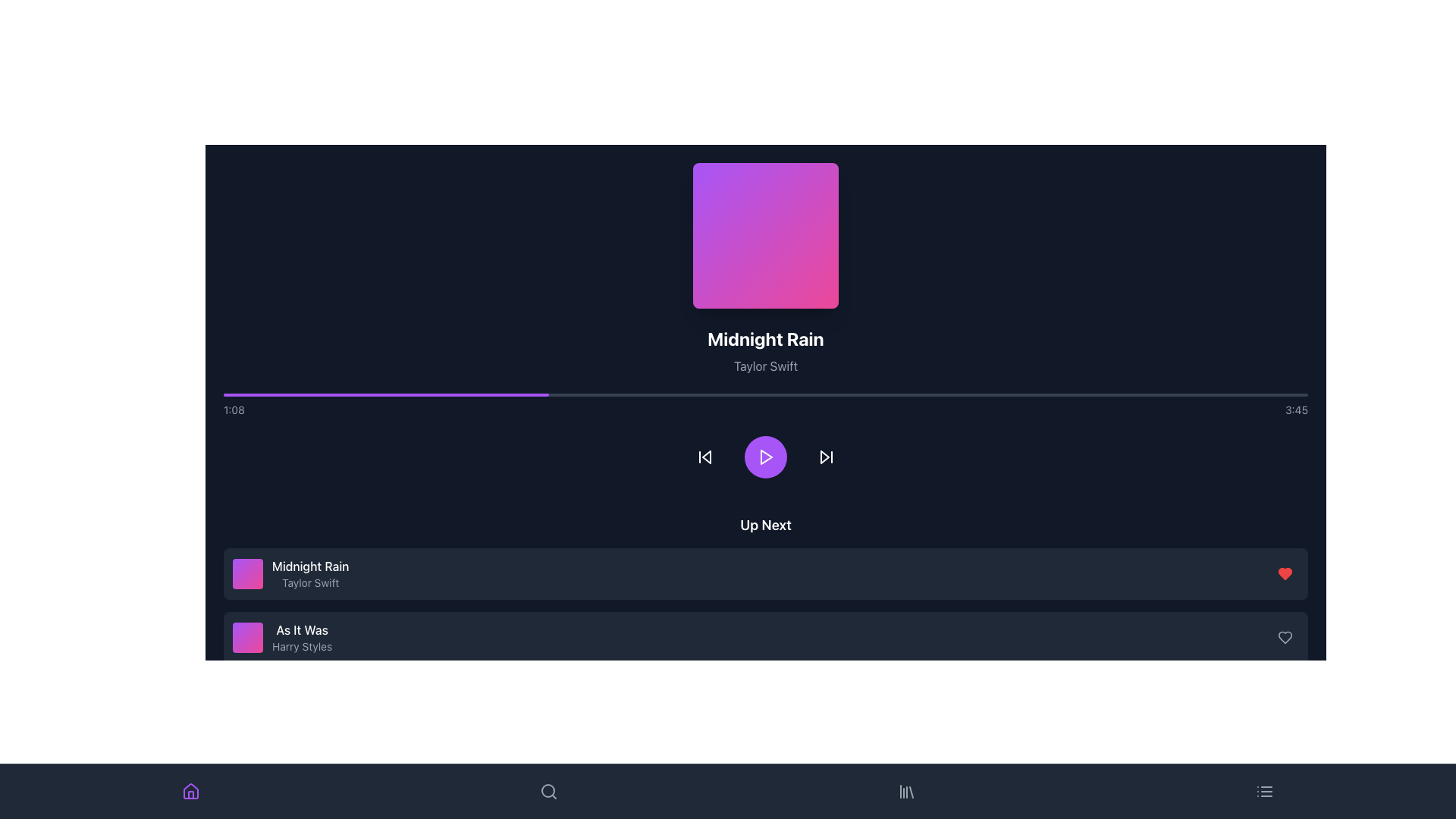 The image size is (1456, 819). I want to click on the favorite toggle icon located to the right of the text 'Midnight Rain' and 'Taylor Swift' in the 'Up Next' section, so click(1284, 637).